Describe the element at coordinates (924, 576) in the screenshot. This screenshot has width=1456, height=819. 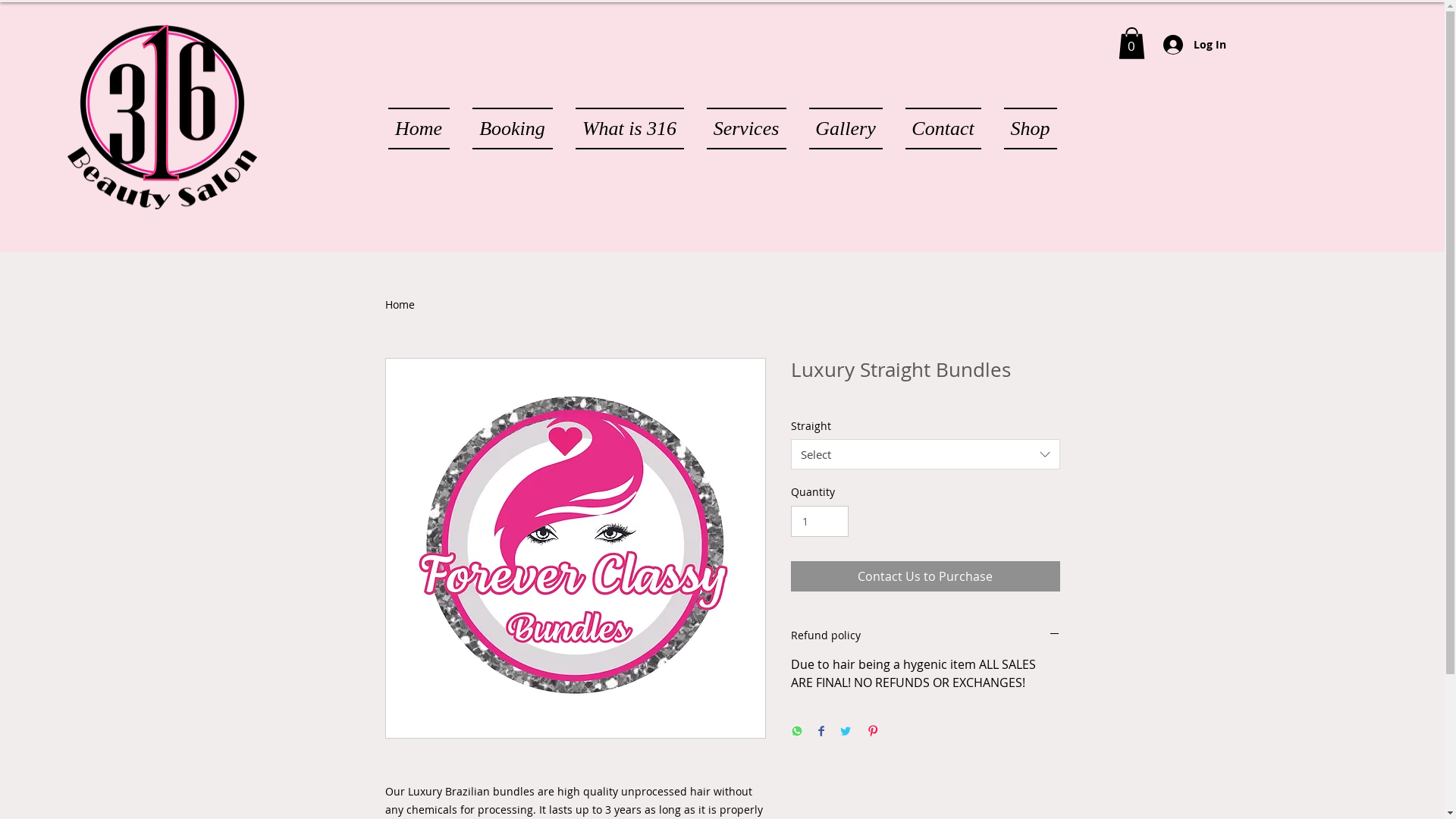
I see `'Contact Us to Purchase'` at that location.